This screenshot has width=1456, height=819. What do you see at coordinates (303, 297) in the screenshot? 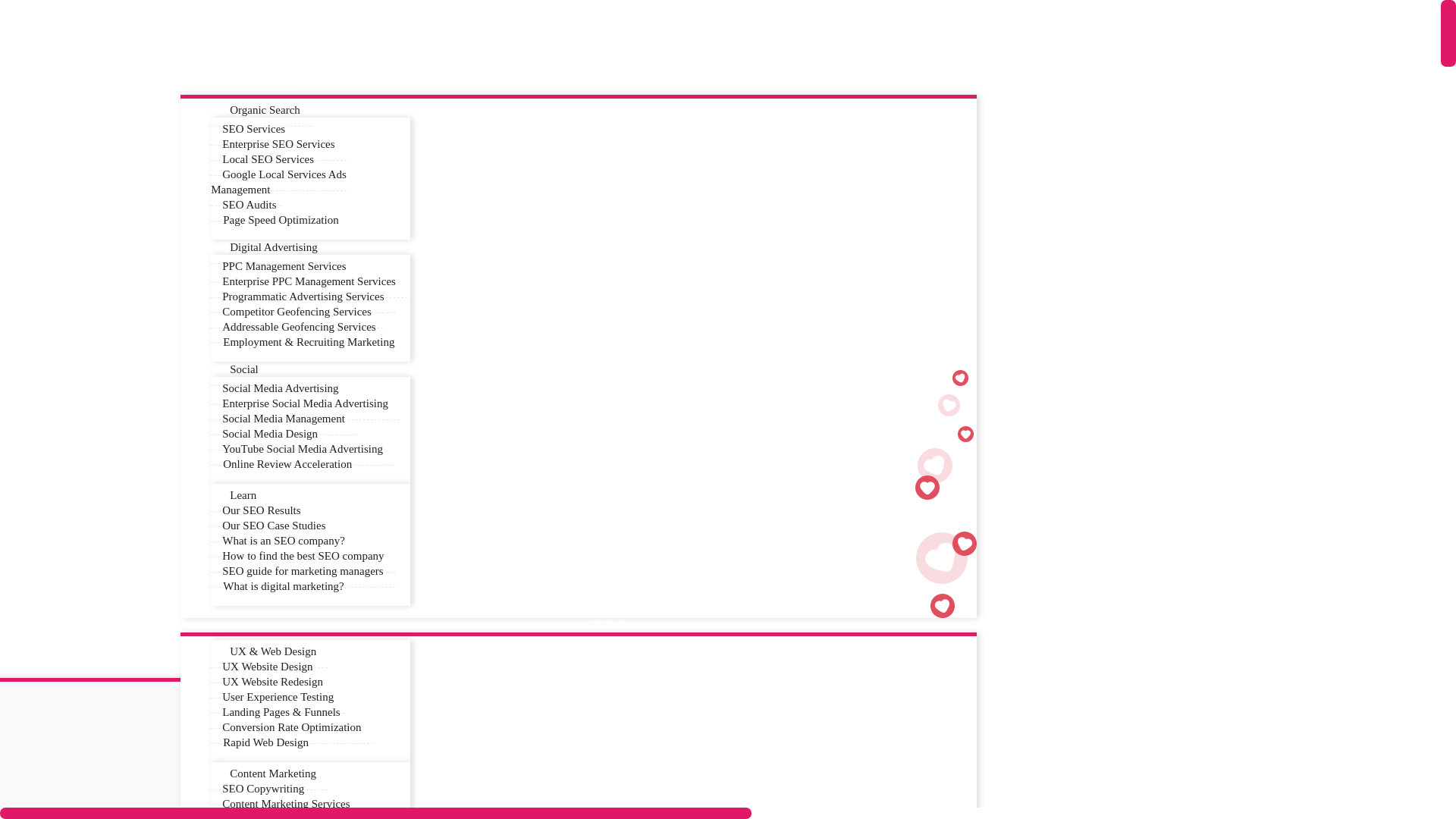
I see `'Programmatic Advertising Services'` at bounding box center [303, 297].